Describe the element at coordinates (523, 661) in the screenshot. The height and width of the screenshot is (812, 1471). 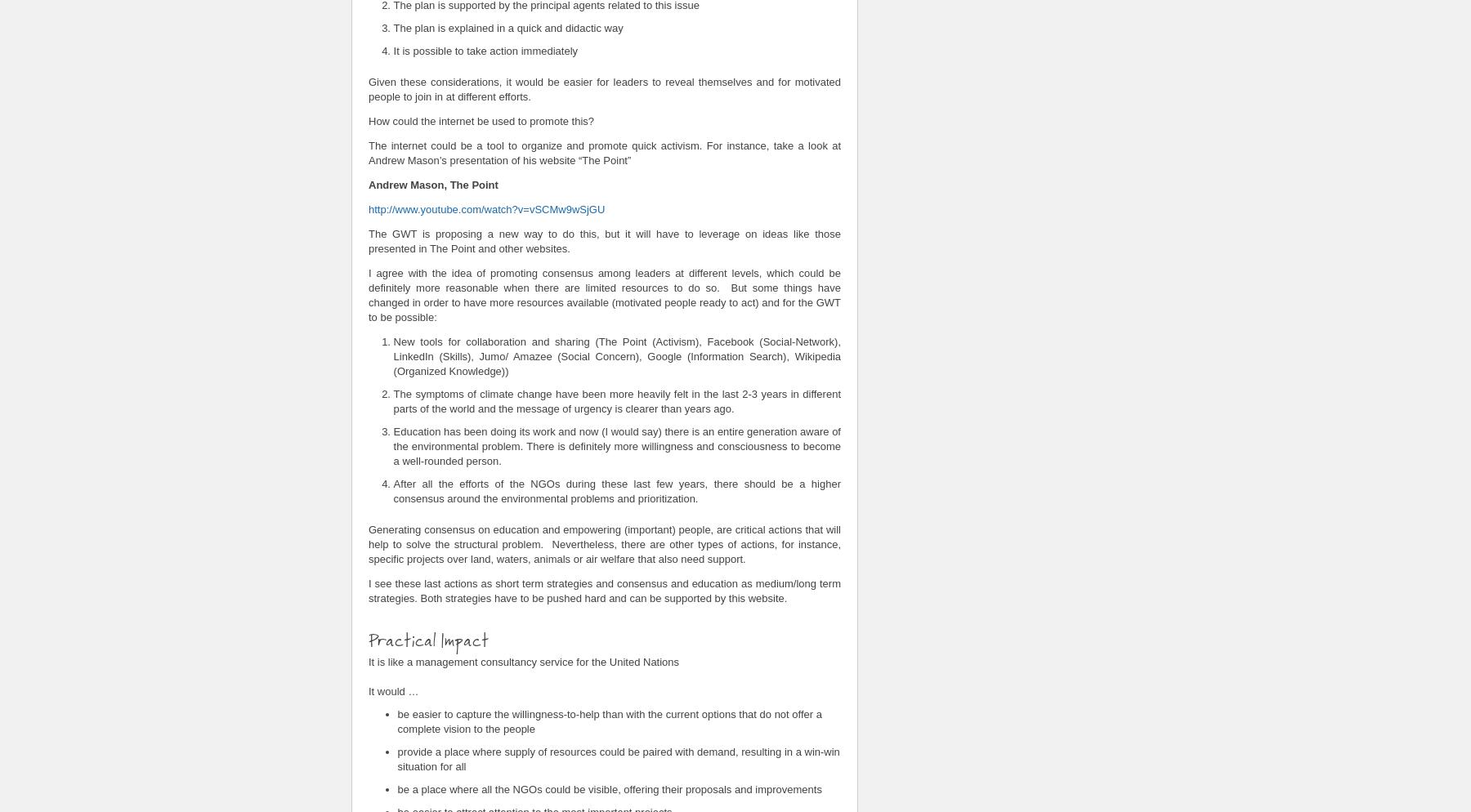
I see `'It is like a management consultancy service for the United Nations'` at that location.